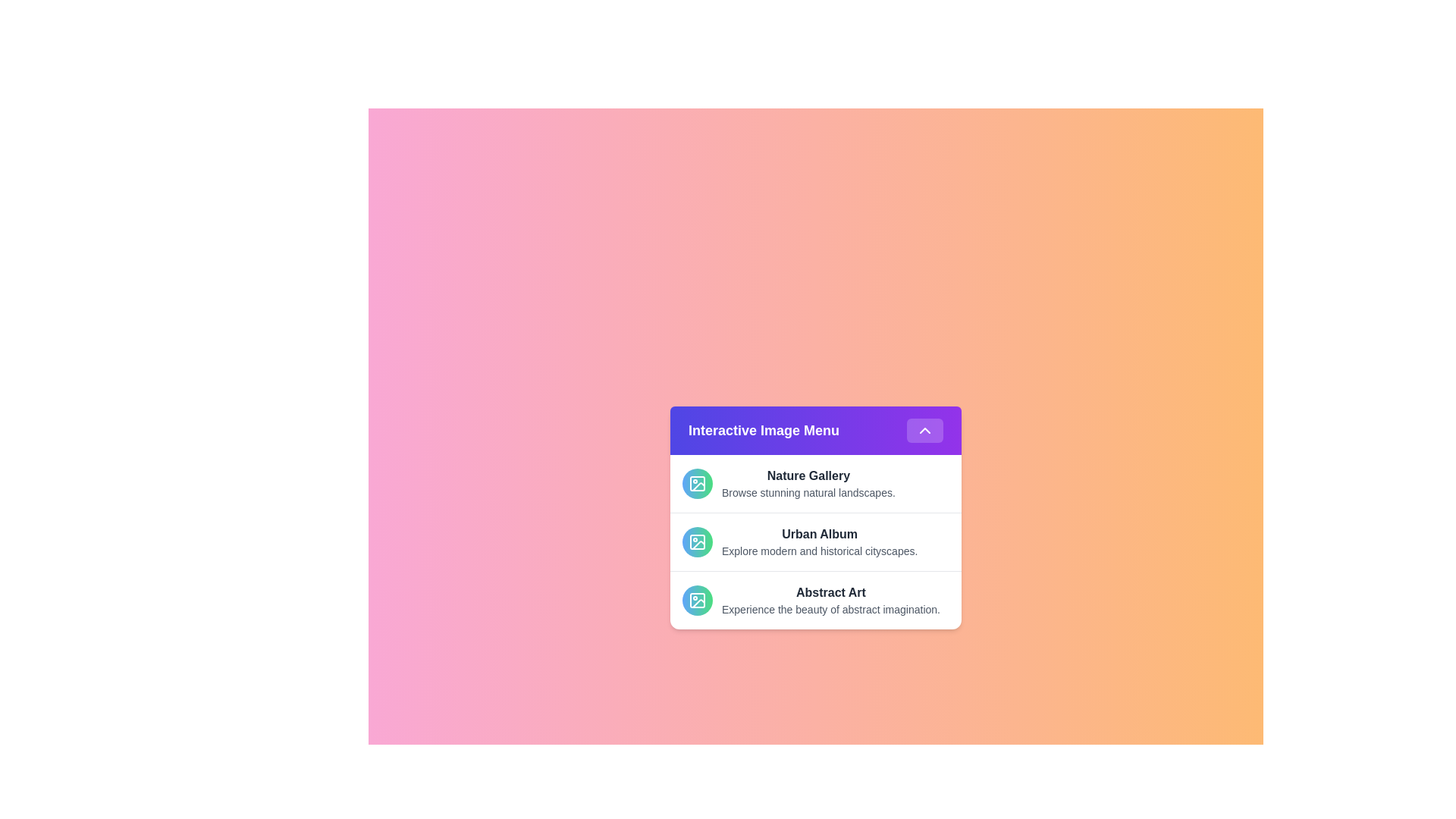 The width and height of the screenshot is (1456, 819). What do you see at coordinates (814, 599) in the screenshot?
I see `the menu item labeled Abstract Art` at bounding box center [814, 599].